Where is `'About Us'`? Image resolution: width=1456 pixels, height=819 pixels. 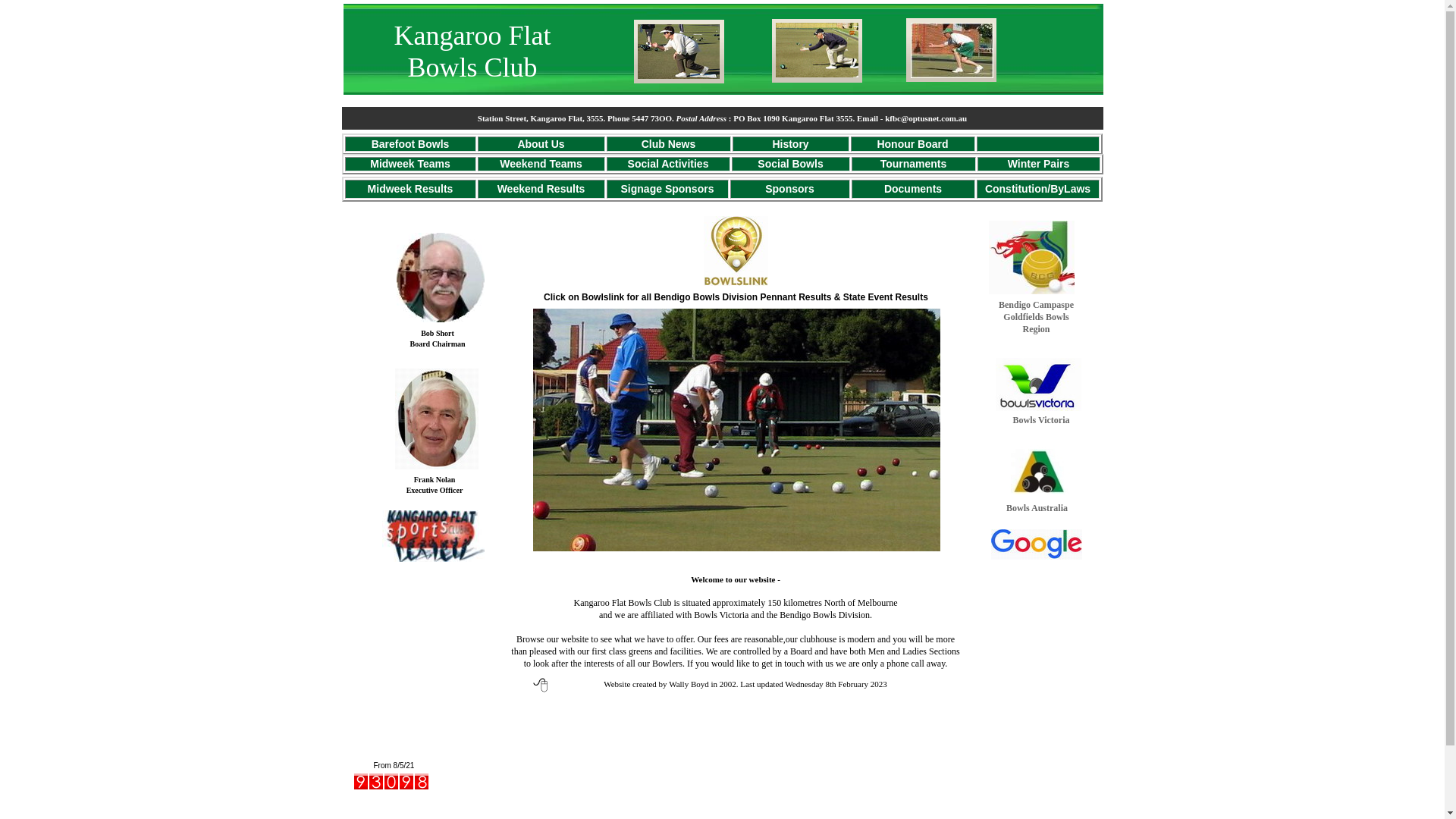
'About Us' is located at coordinates (516, 143).